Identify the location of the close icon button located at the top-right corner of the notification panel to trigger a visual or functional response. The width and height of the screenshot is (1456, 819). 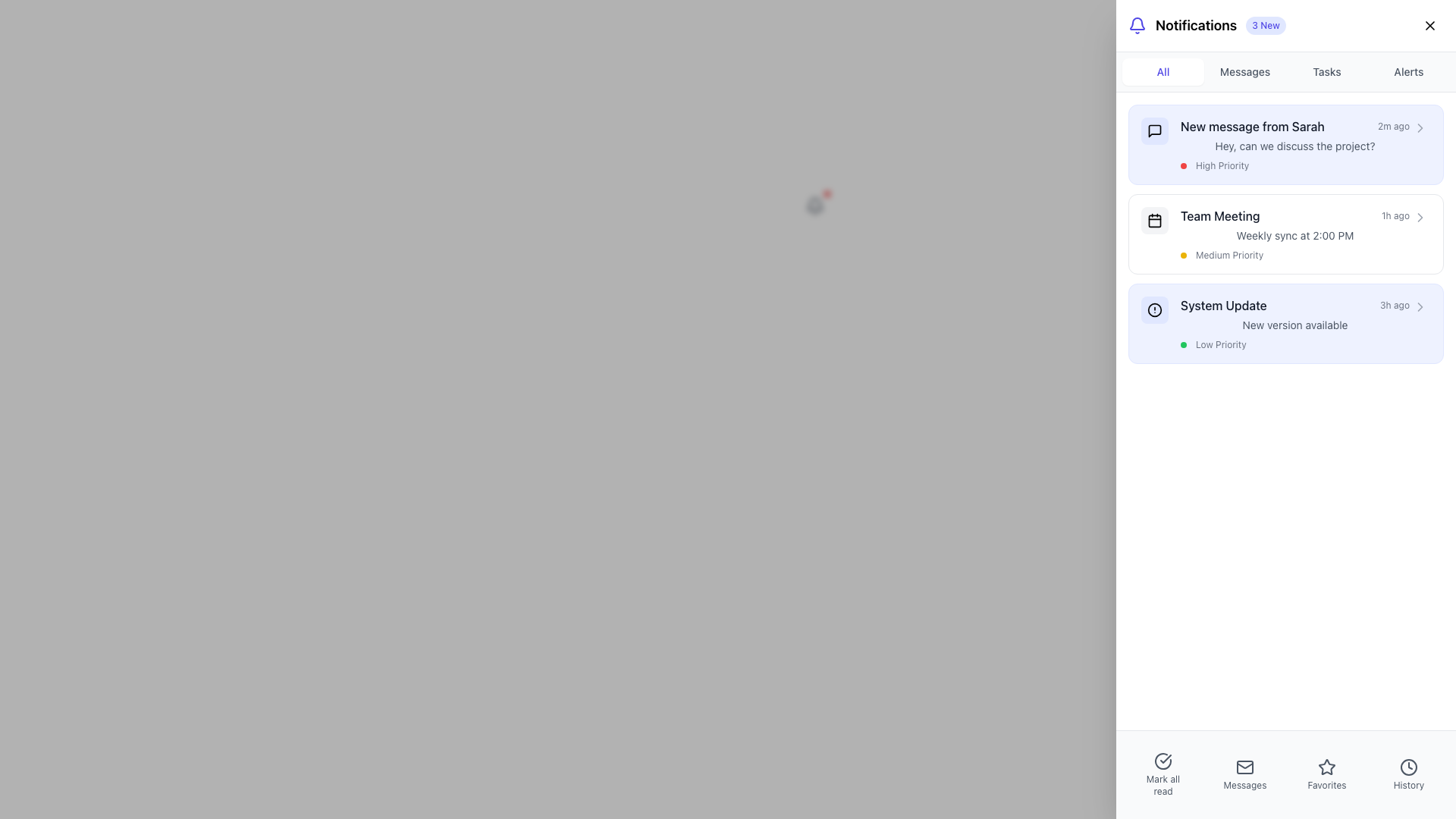
(1429, 26).